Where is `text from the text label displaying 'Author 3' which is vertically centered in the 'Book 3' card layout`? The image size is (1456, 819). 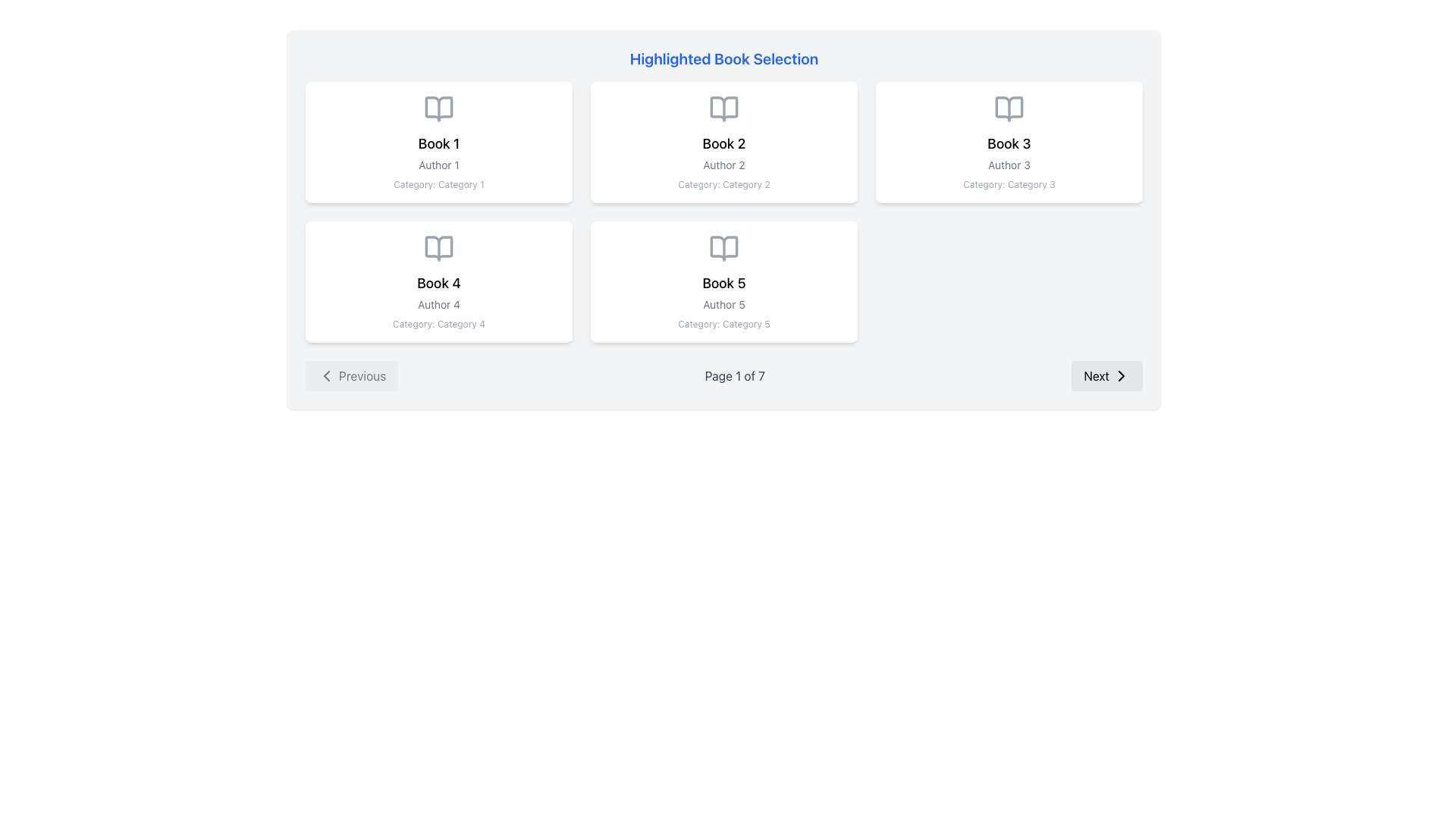
text from the text label displaying 'Author 3' which is vertically centered in the 'Book 3' card layout is located at coordinates (1009, 165).